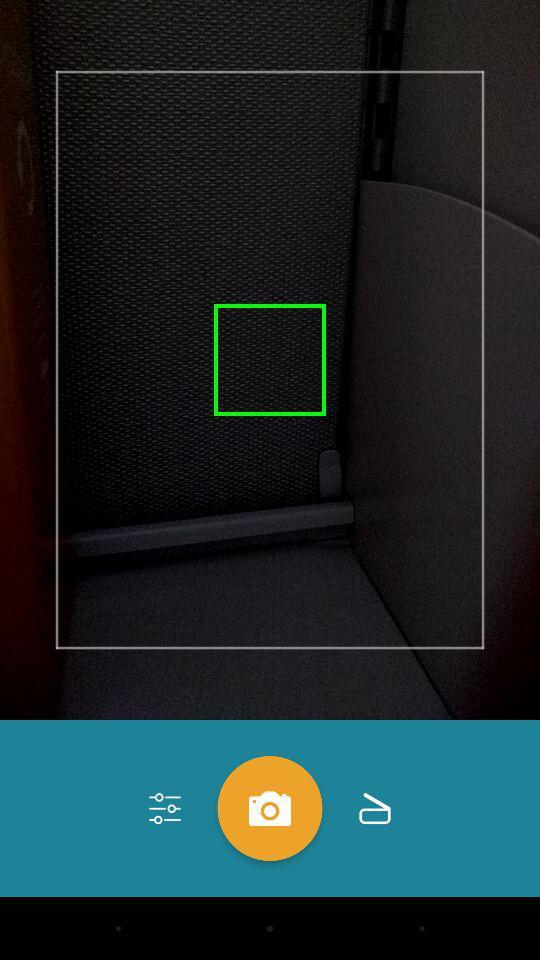 Image resolution: width=540 pixels, height=960 pixels. Describe the element at coordinates (374, 808) in the screenshot. I see `the folder icon` at that location.